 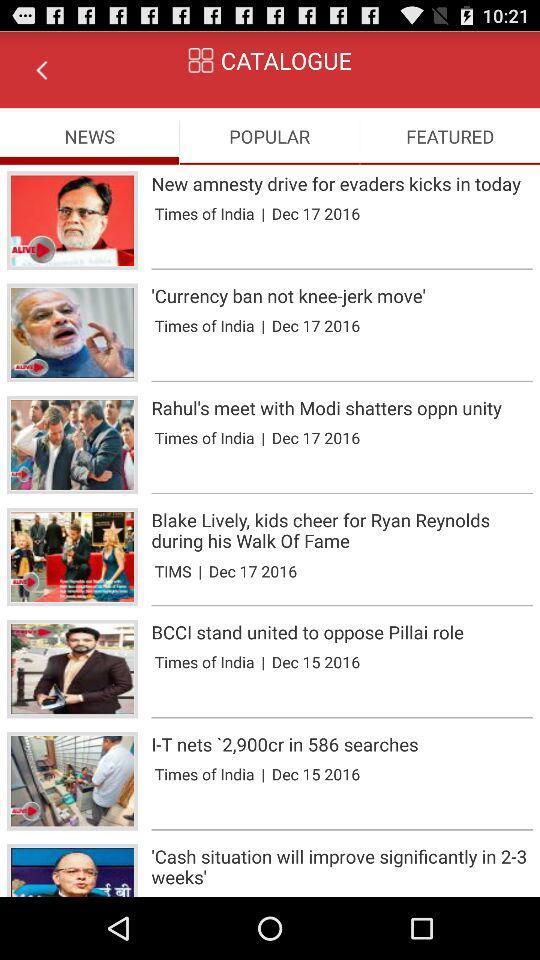 What do you see at coordinates (41, 69) in the screenshot?
I see `go back` at bounding box center [41, 69].